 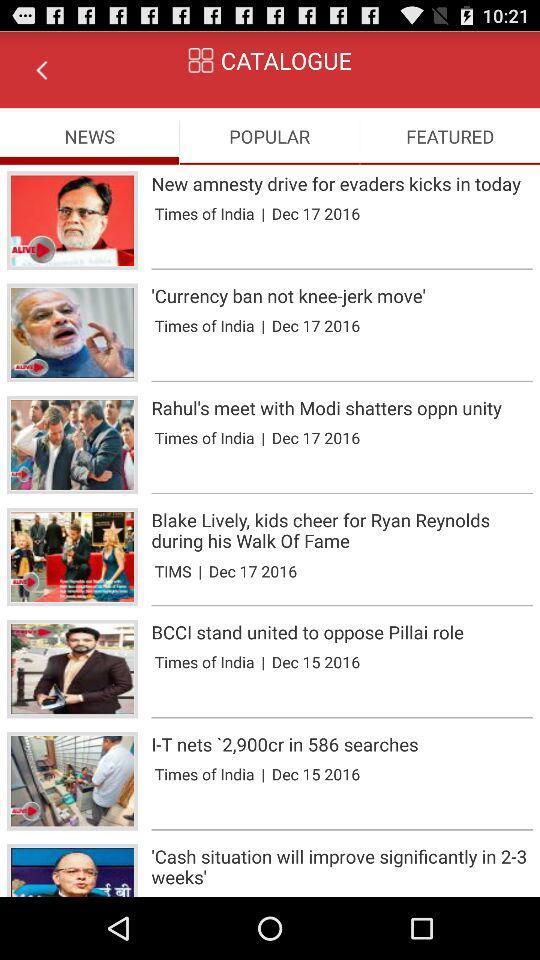 What do you see at coordinates (41, 69) in the screenshot?
I see `go back` at bounding box center [41, 69].